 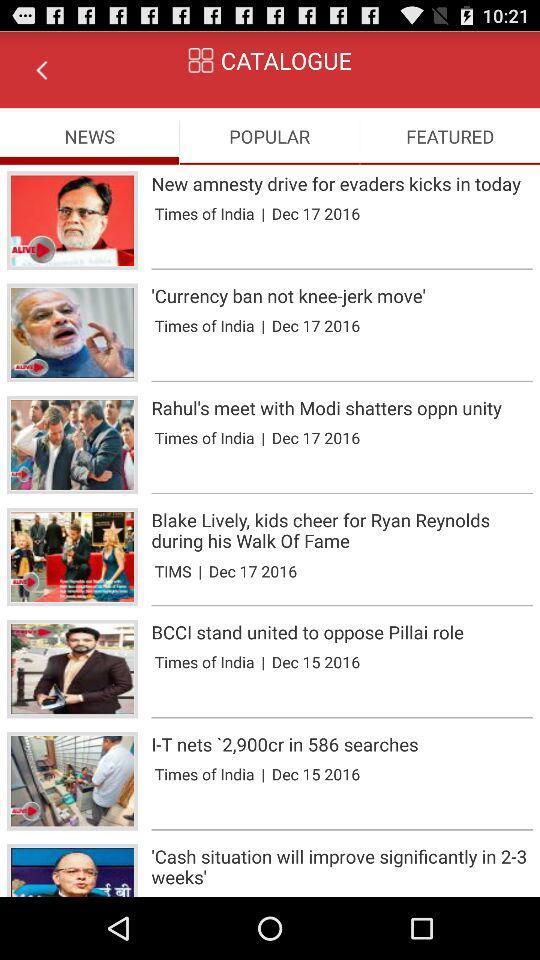 What do you see at coordinates (41, 69) in the screenshot?
I see `go back` at bounding box center [41, 69].